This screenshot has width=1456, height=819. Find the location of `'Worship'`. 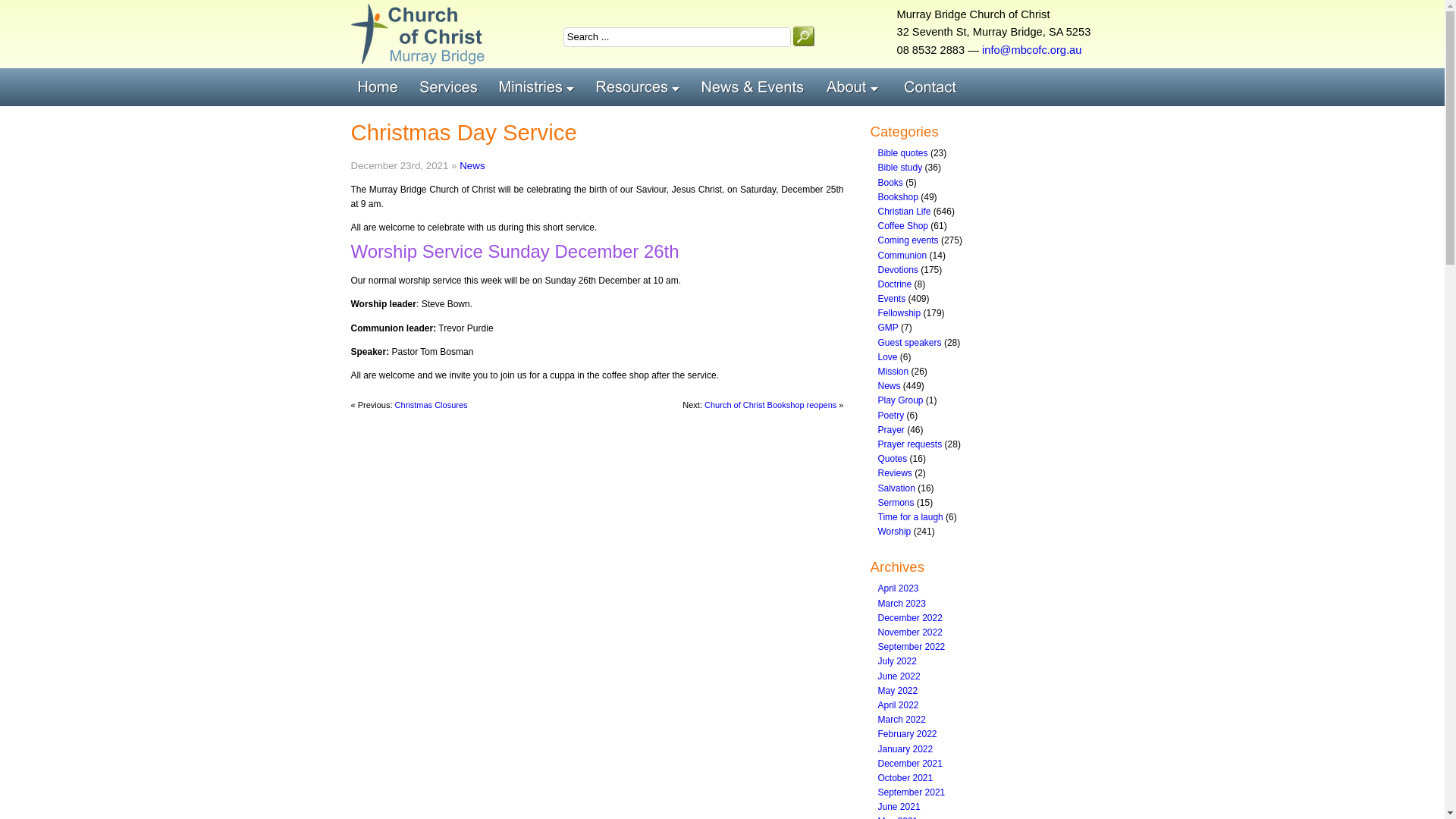

'Worship' is located at coordinates (895, 531).